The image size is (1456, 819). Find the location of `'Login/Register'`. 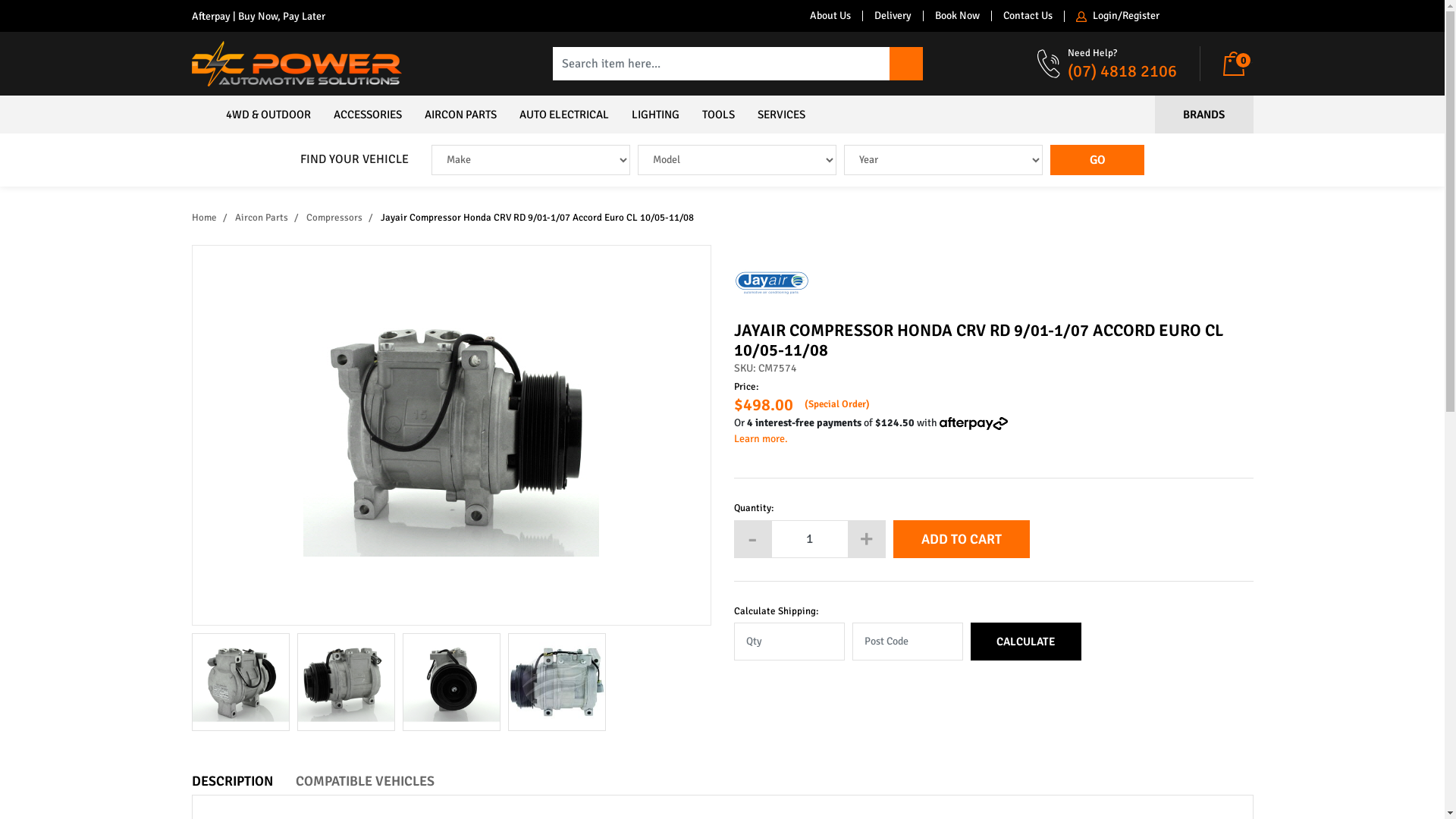

'Login/Register' is located at coordinates (1116, 16).